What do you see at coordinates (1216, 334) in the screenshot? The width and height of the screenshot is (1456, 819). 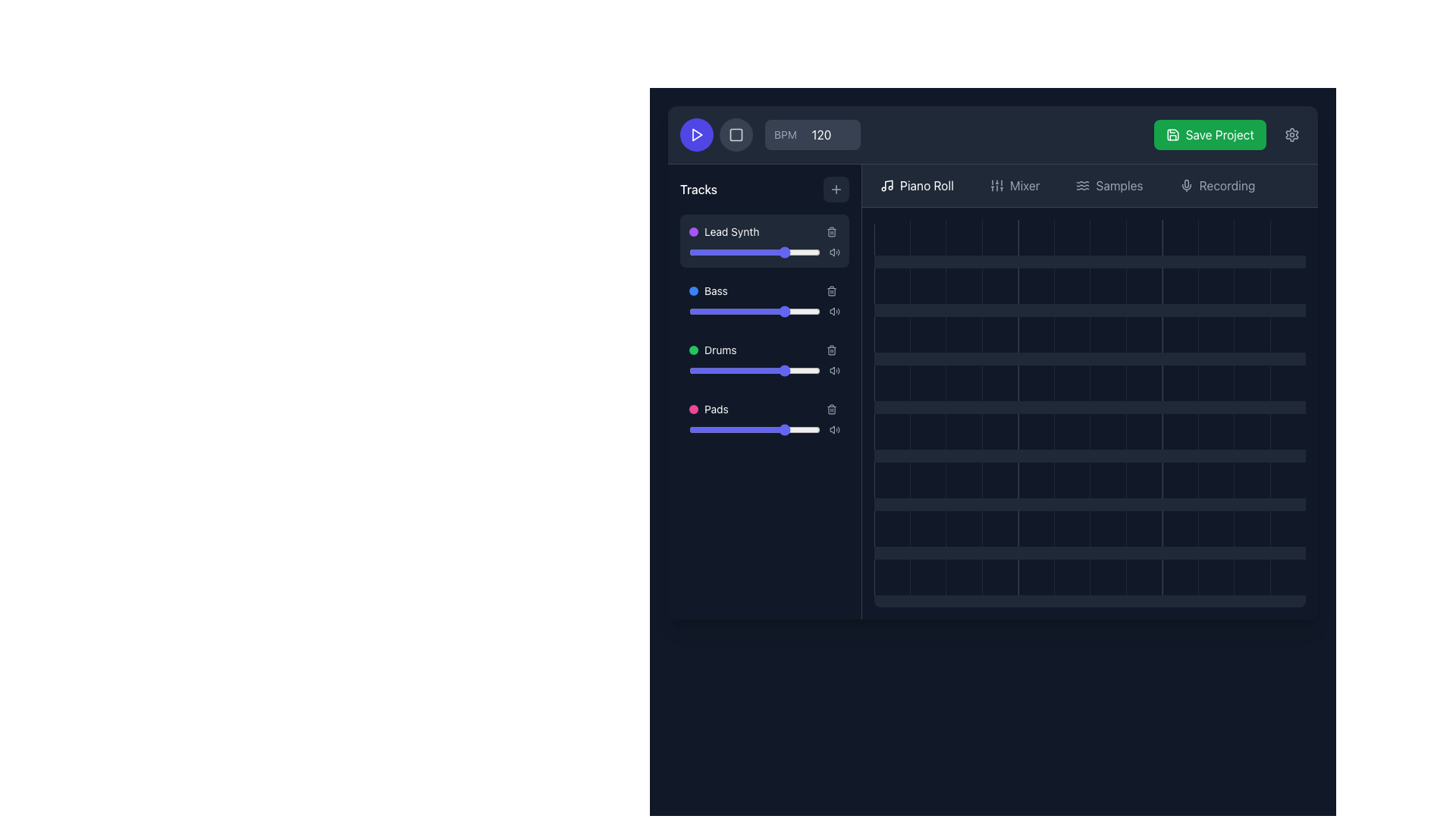 I see `the dark gray square grid cell located in the eleventh column of the third row, which has rounded corners and lightens slightly on hover` at bounding box center [1216, 334].